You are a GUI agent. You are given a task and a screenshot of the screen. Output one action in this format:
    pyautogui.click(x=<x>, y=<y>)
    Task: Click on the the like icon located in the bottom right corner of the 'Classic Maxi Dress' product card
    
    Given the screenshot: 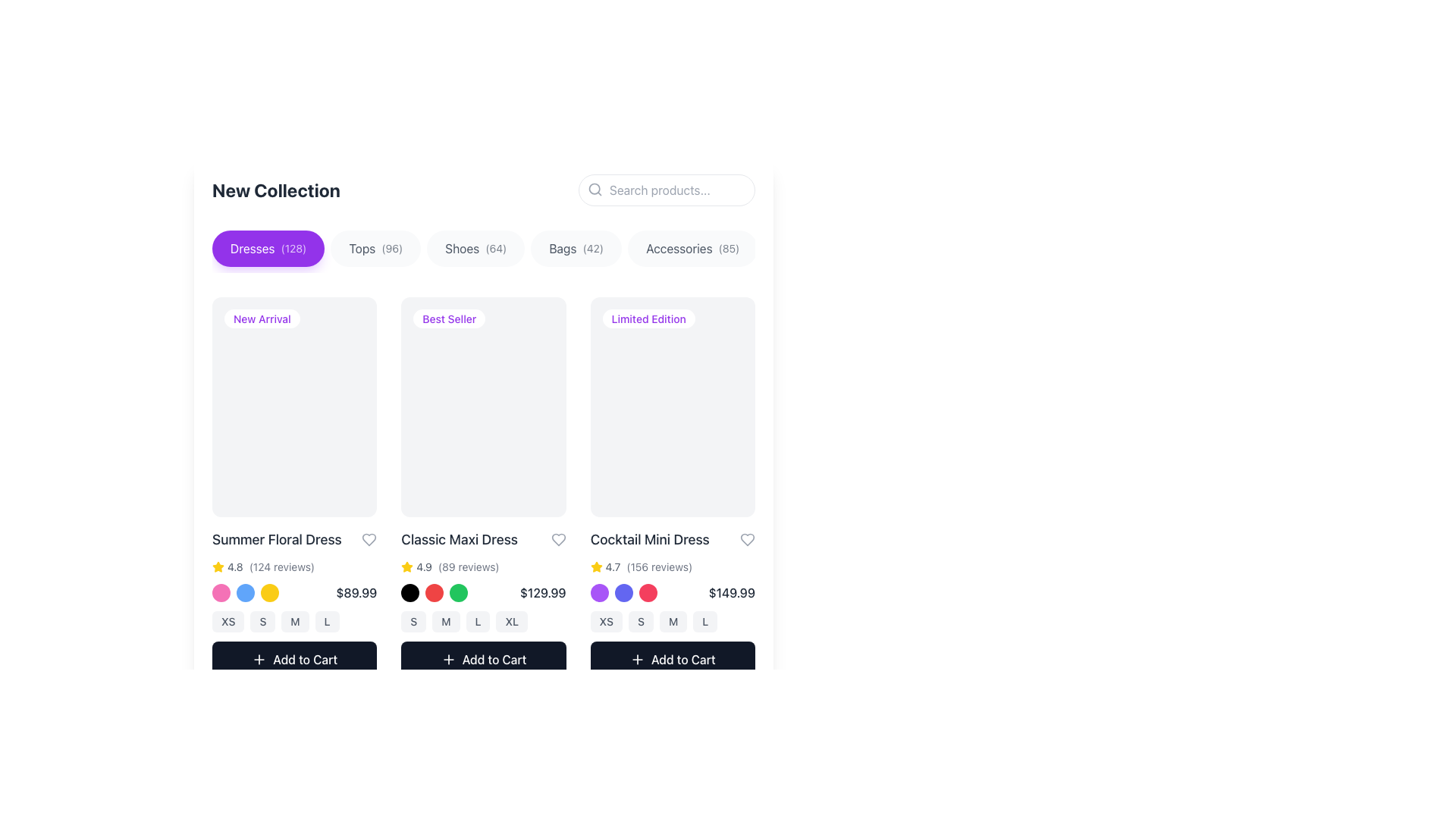 What is the action you would take?
    pyautogui.click(x=369, y=538)
    